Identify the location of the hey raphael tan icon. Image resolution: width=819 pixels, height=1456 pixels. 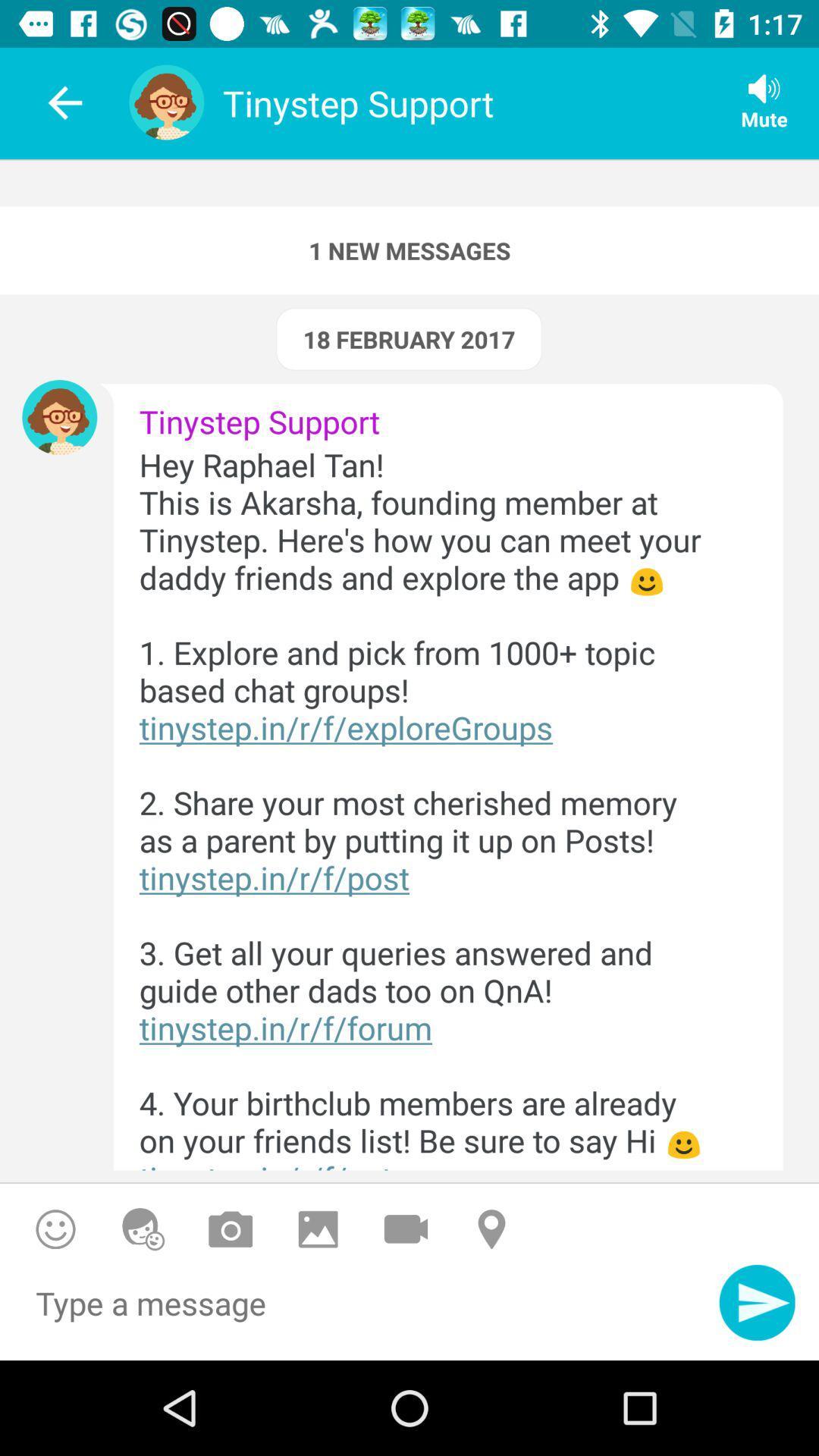
(435, 805).